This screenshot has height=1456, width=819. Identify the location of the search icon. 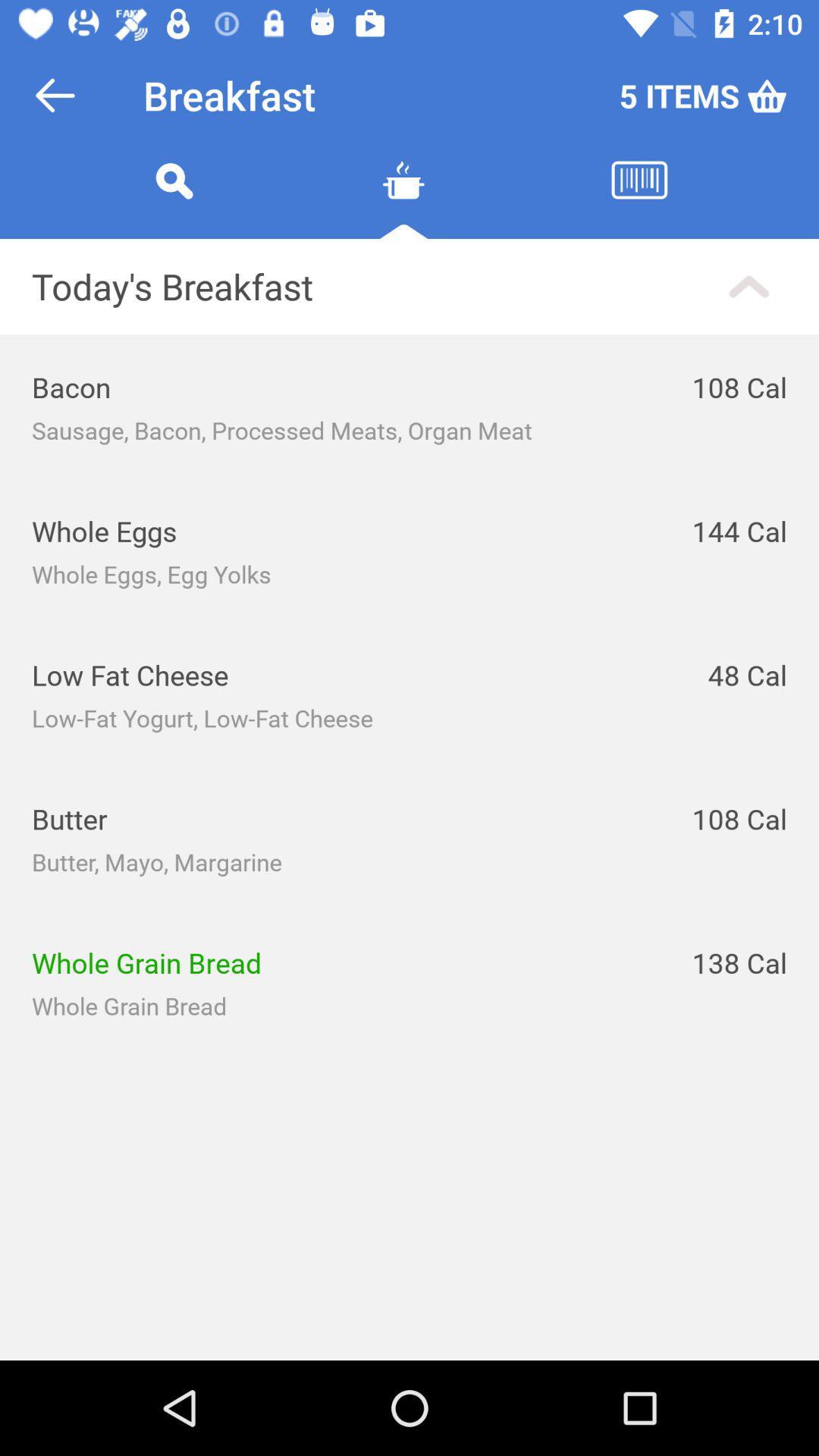
(173, 198).